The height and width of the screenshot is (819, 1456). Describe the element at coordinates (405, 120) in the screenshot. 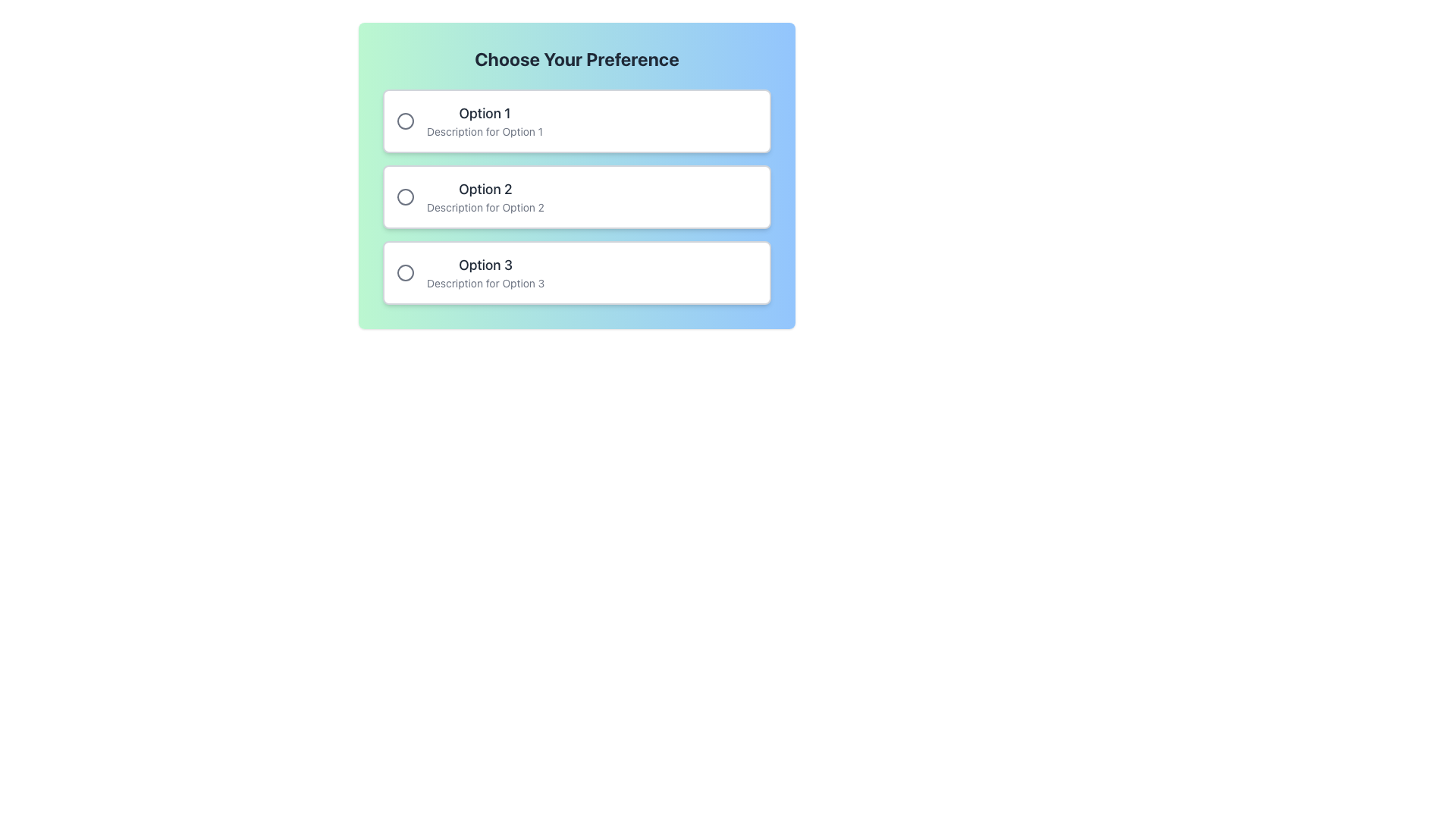

I see `the circular icon styled as an outlined circle with a gray border, which is adjacent to the text 'Option 1'` at that location.